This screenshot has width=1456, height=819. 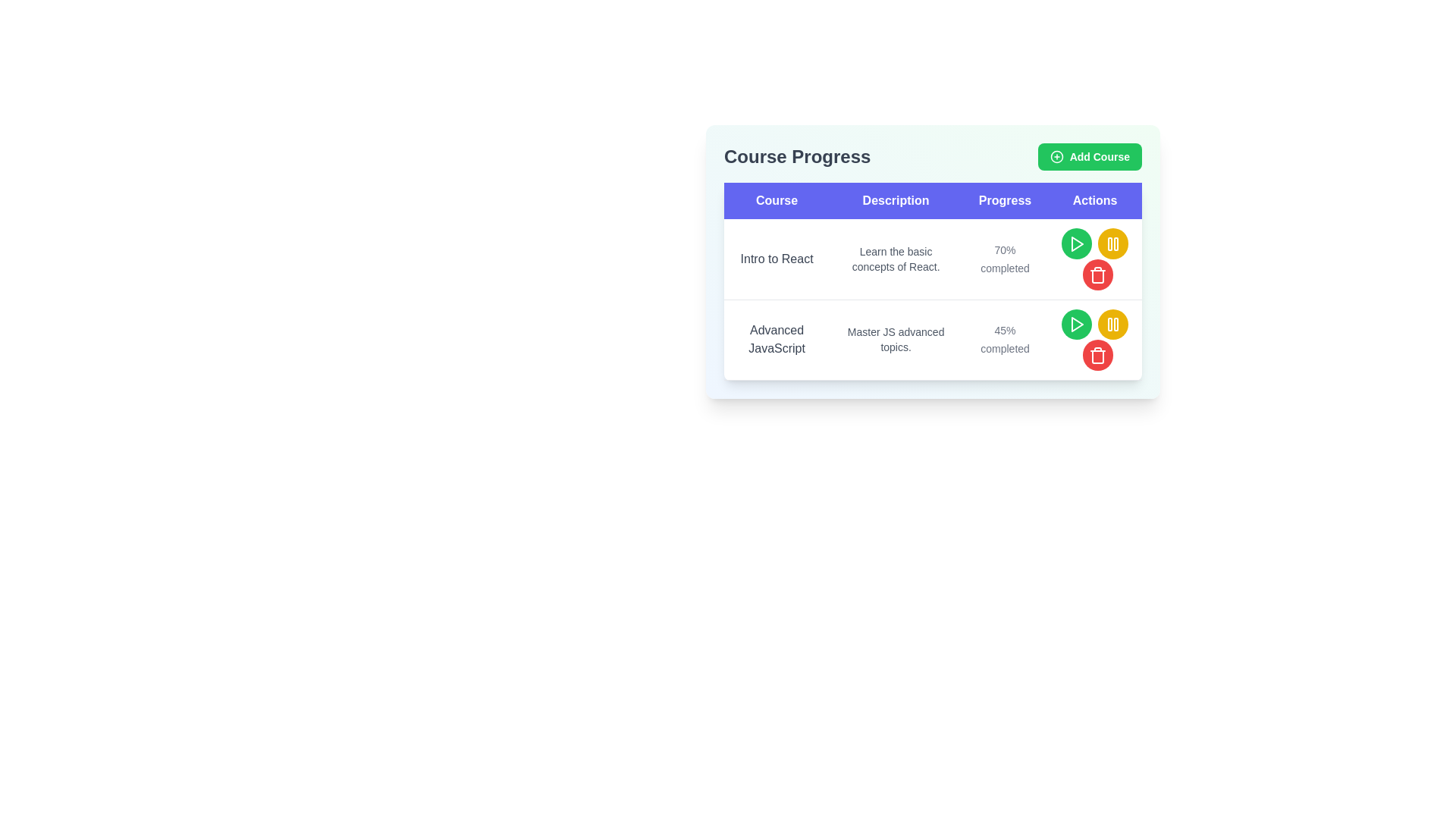 I want to click on the Pause Button located to the right of the 'Actions' column in the second row of the table, so click(x=1113, y=243).